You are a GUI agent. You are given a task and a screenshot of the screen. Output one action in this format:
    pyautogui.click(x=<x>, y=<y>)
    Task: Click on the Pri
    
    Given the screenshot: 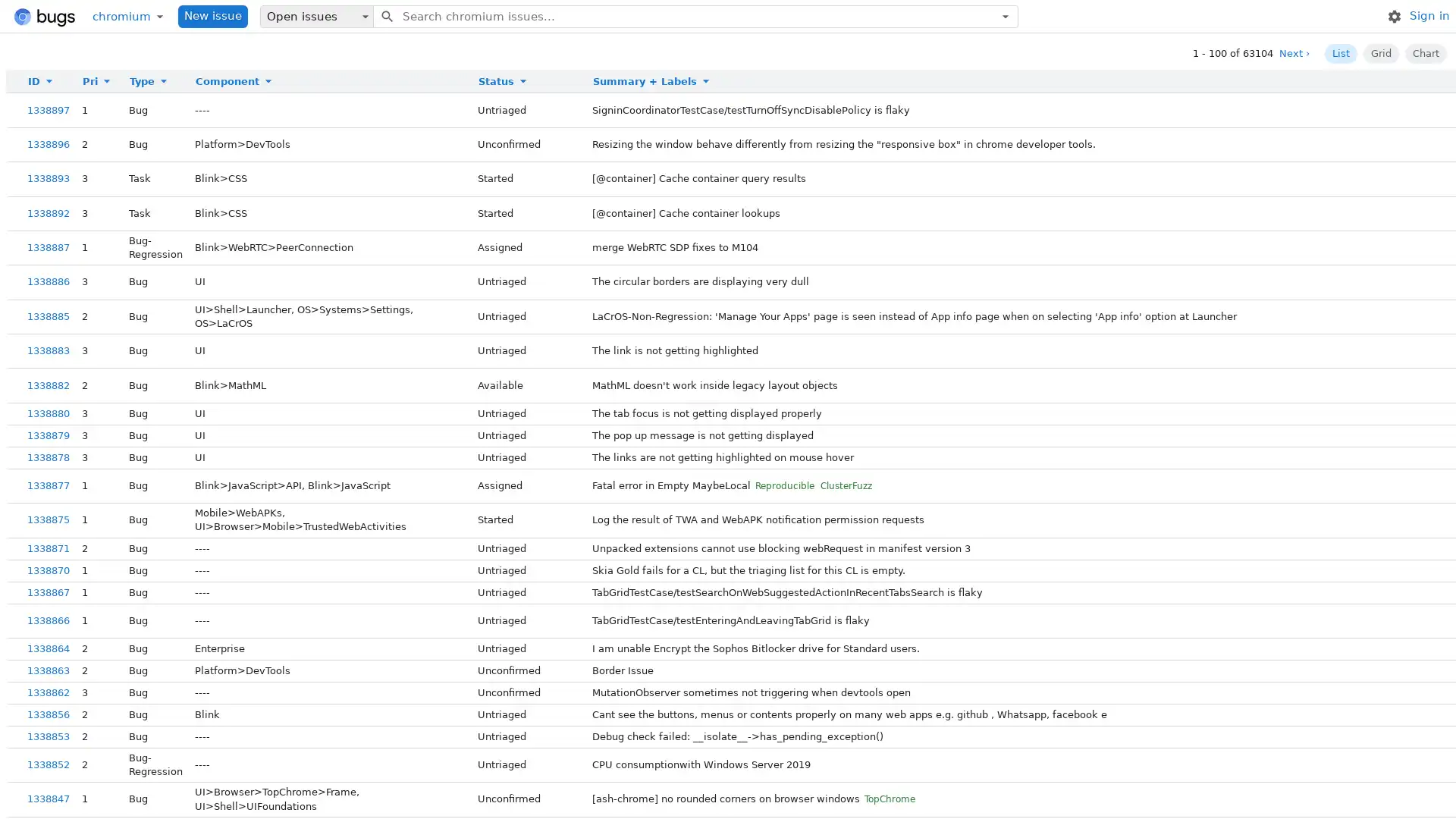 What is the action you would take?
    pyautogui.click(x=98, y=81)
    